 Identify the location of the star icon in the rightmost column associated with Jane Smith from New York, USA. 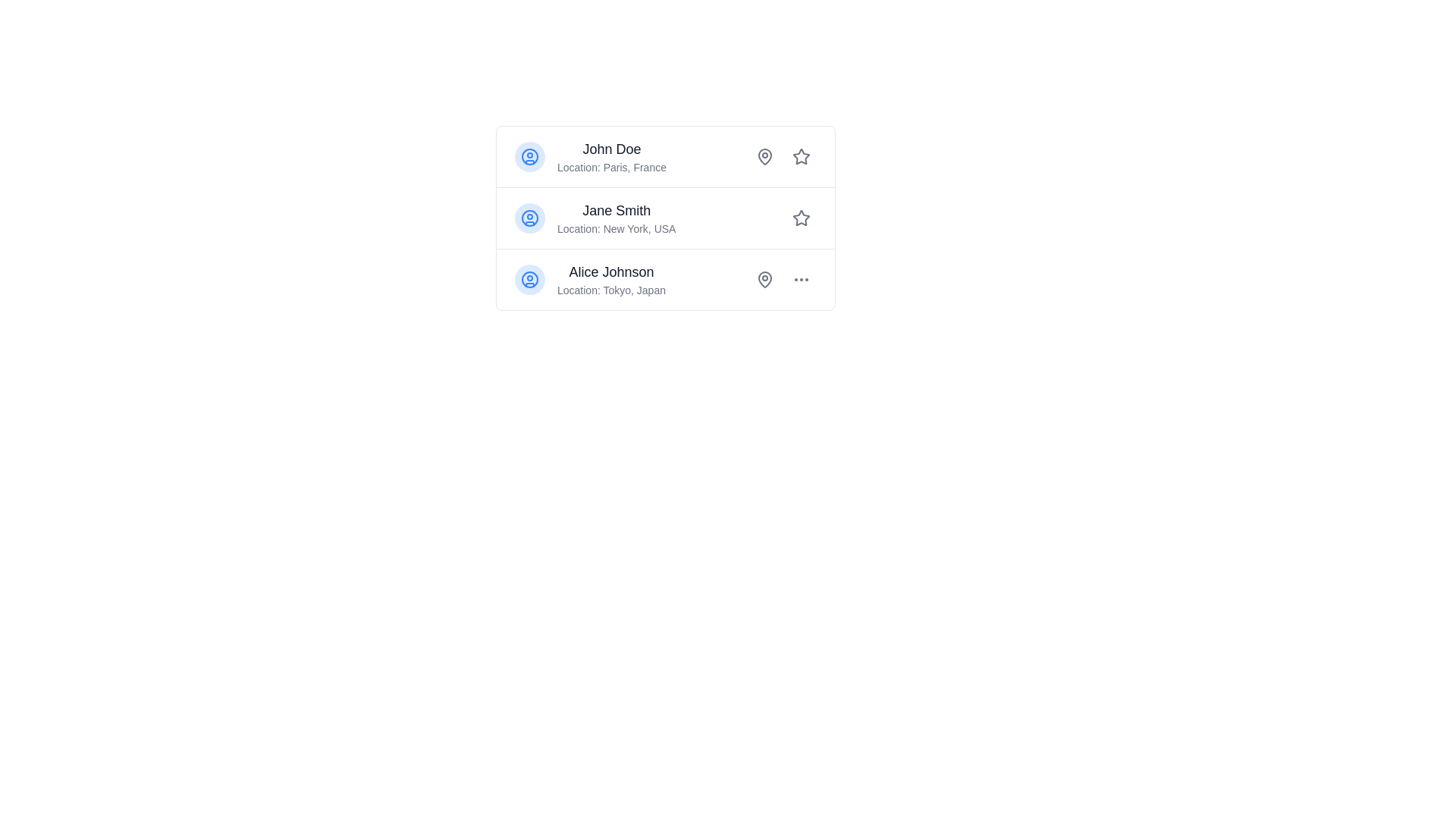
(800, 218).